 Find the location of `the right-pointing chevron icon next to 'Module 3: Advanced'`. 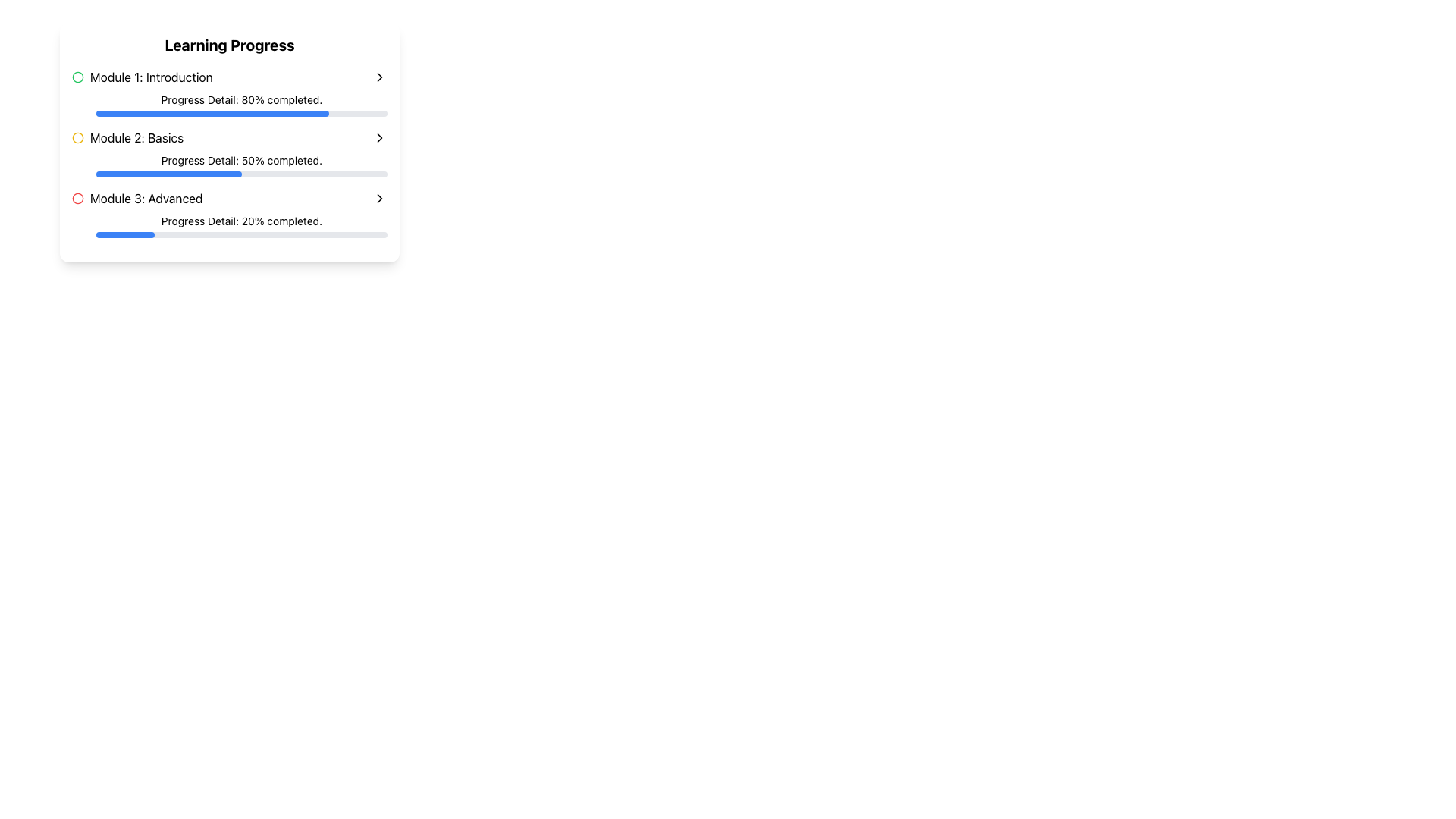

the right-pointing chevron icon next to 'Module 3: Advanced' is located at coordinates (379, 198).